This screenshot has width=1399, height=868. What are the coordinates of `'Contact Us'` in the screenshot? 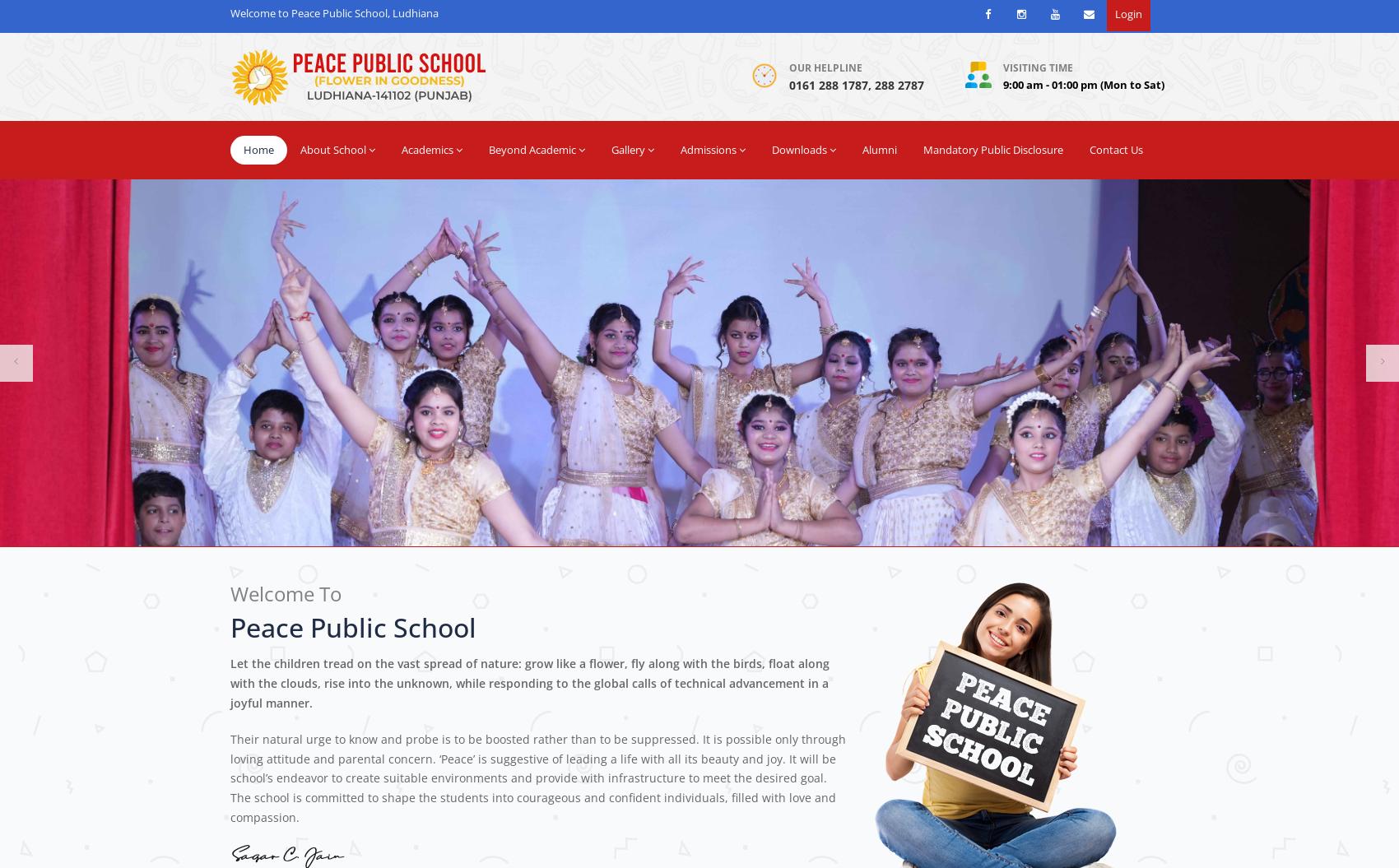 It's located at (1116, 148).